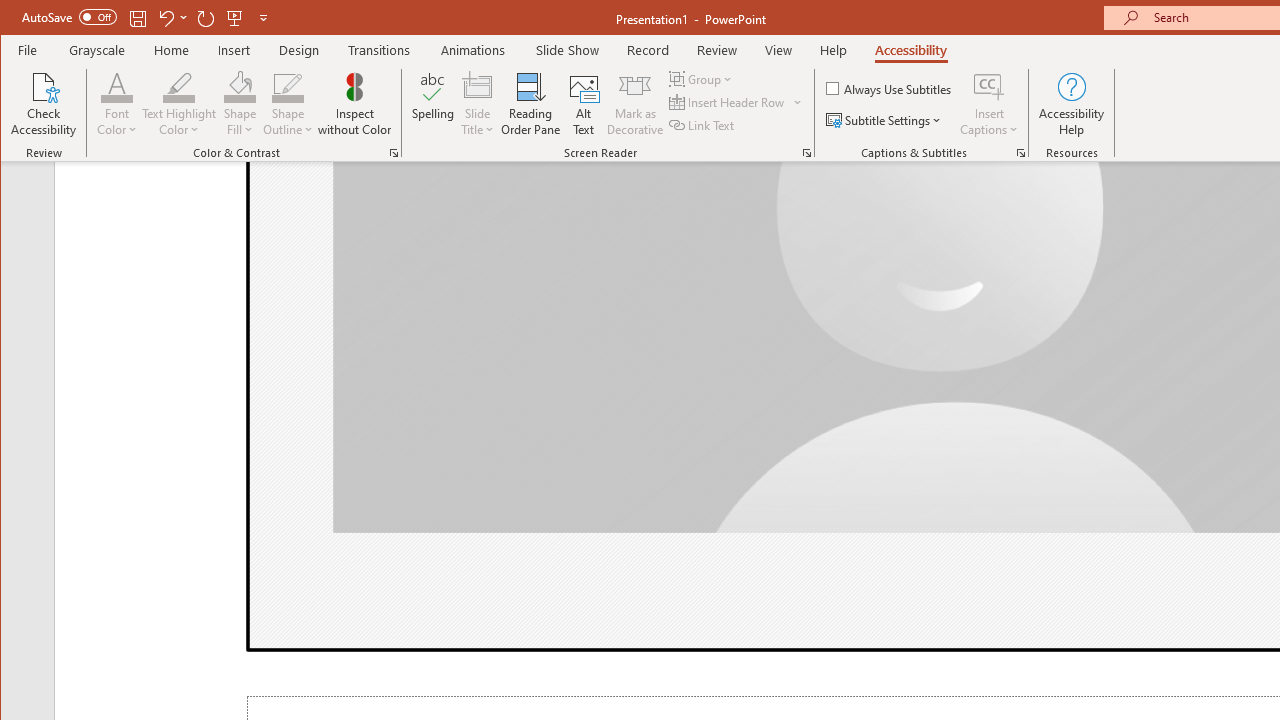  I want to click on 'Insert Header Row', so click(735, 102).